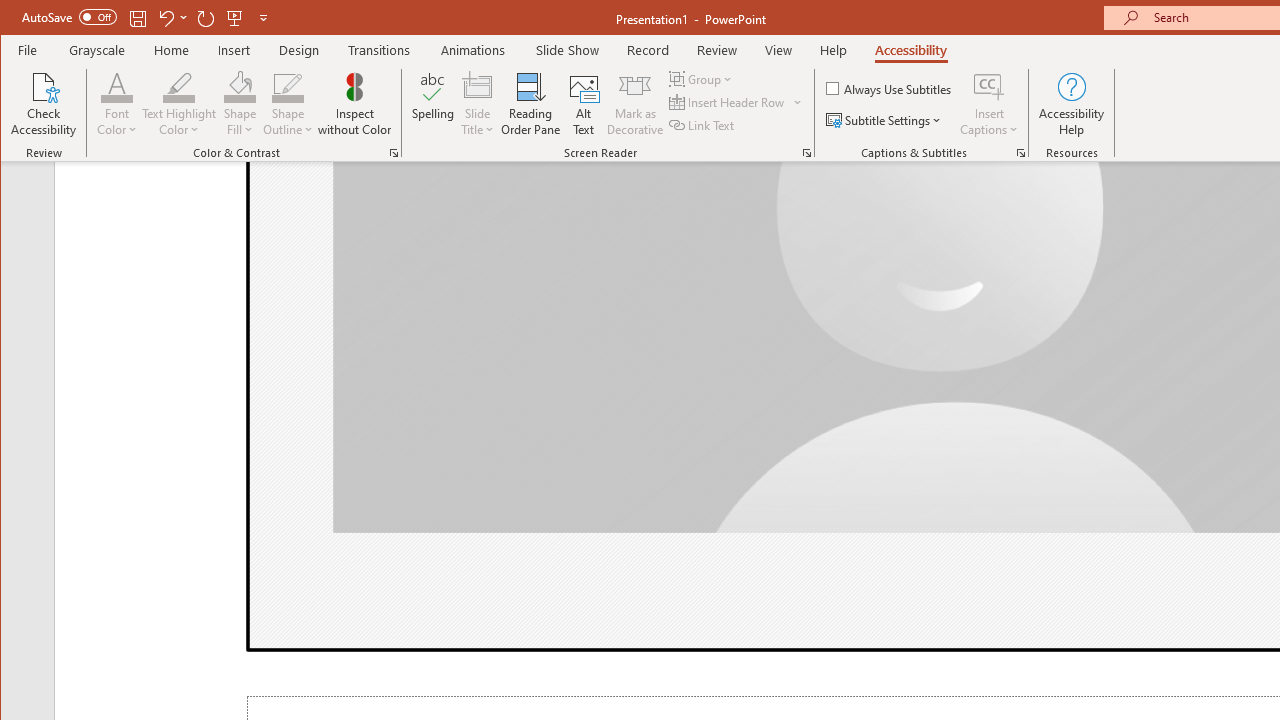  I want to click on 'Insert Header Row', so click(735, 102).